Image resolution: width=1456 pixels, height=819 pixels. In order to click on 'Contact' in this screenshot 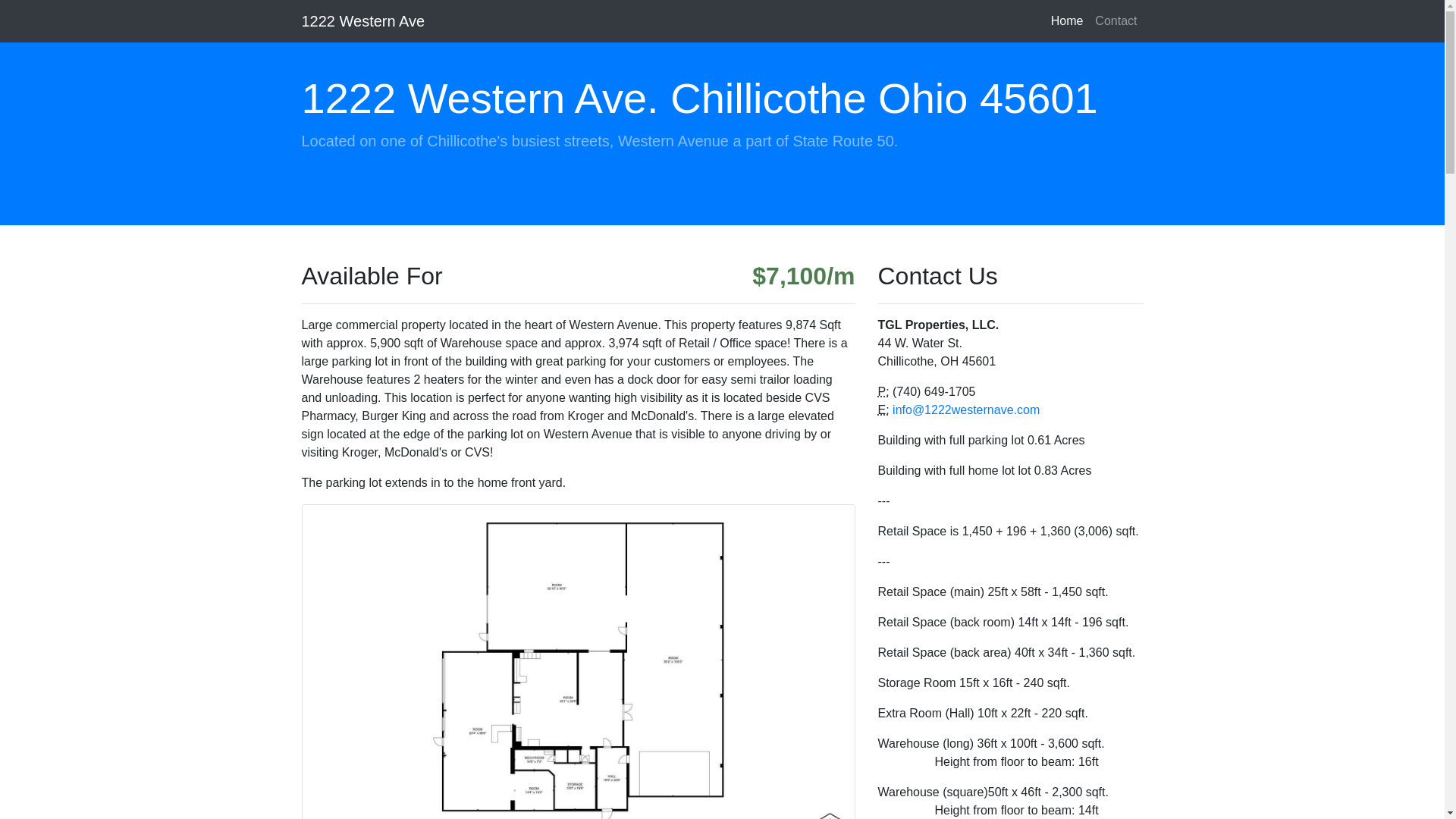, I will do `click(1116, 20)`.